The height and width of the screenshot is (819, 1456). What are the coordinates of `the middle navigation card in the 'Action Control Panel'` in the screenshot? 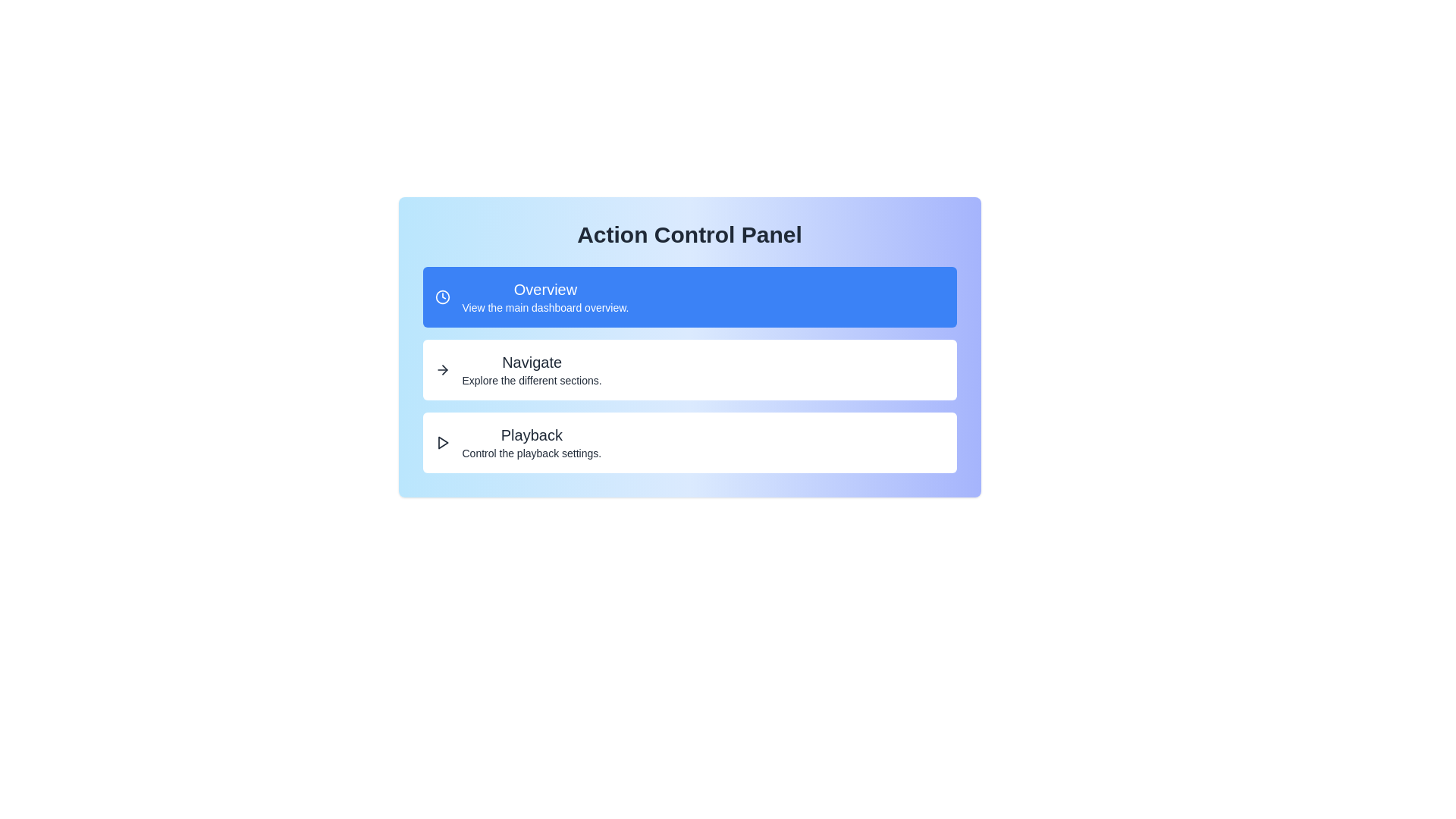 It's located at (689, 347).